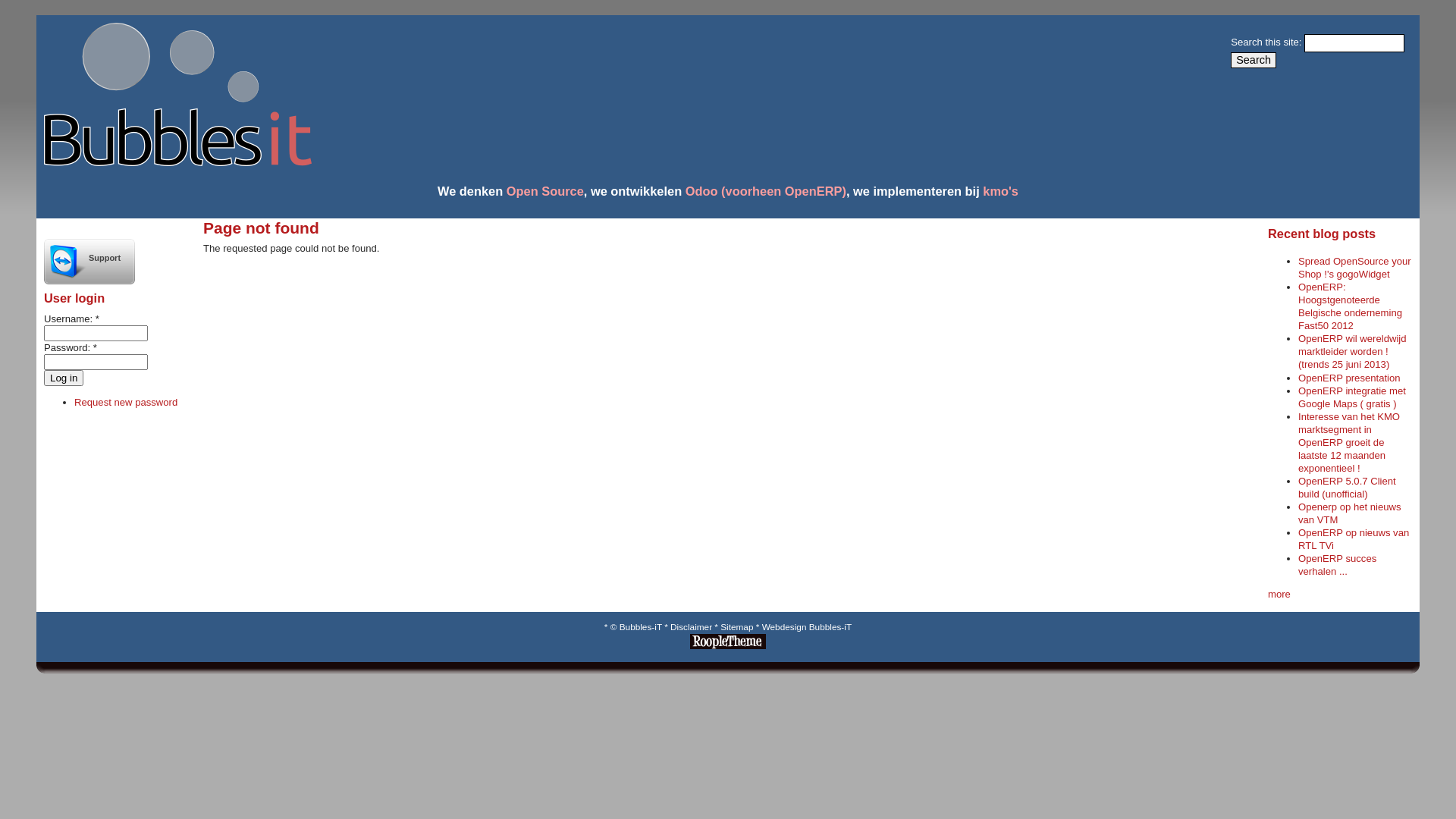 This screenshot has width=1456, height=819. Describe the element at coordinates (1350, 306) in the screenshot. I see `'OpenERP: Hoogstgenoteerde Belgische onderneming Fast50 2012'` at that location.